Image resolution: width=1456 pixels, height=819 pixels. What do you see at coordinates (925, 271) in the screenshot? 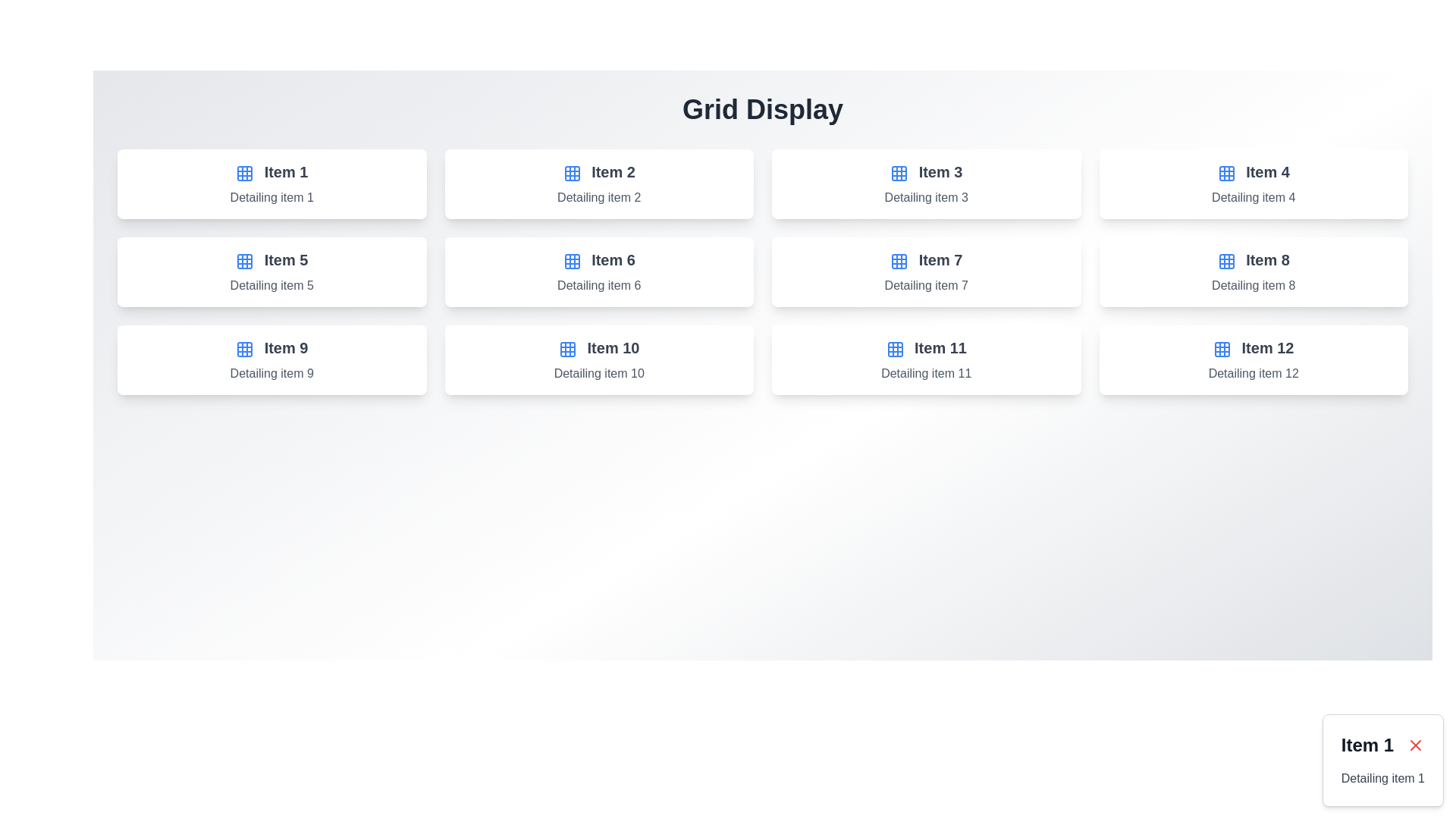
I see `the clickable card that provides a summary or entry point for 'Item 7' details, located` at bounding box center [925, 271].